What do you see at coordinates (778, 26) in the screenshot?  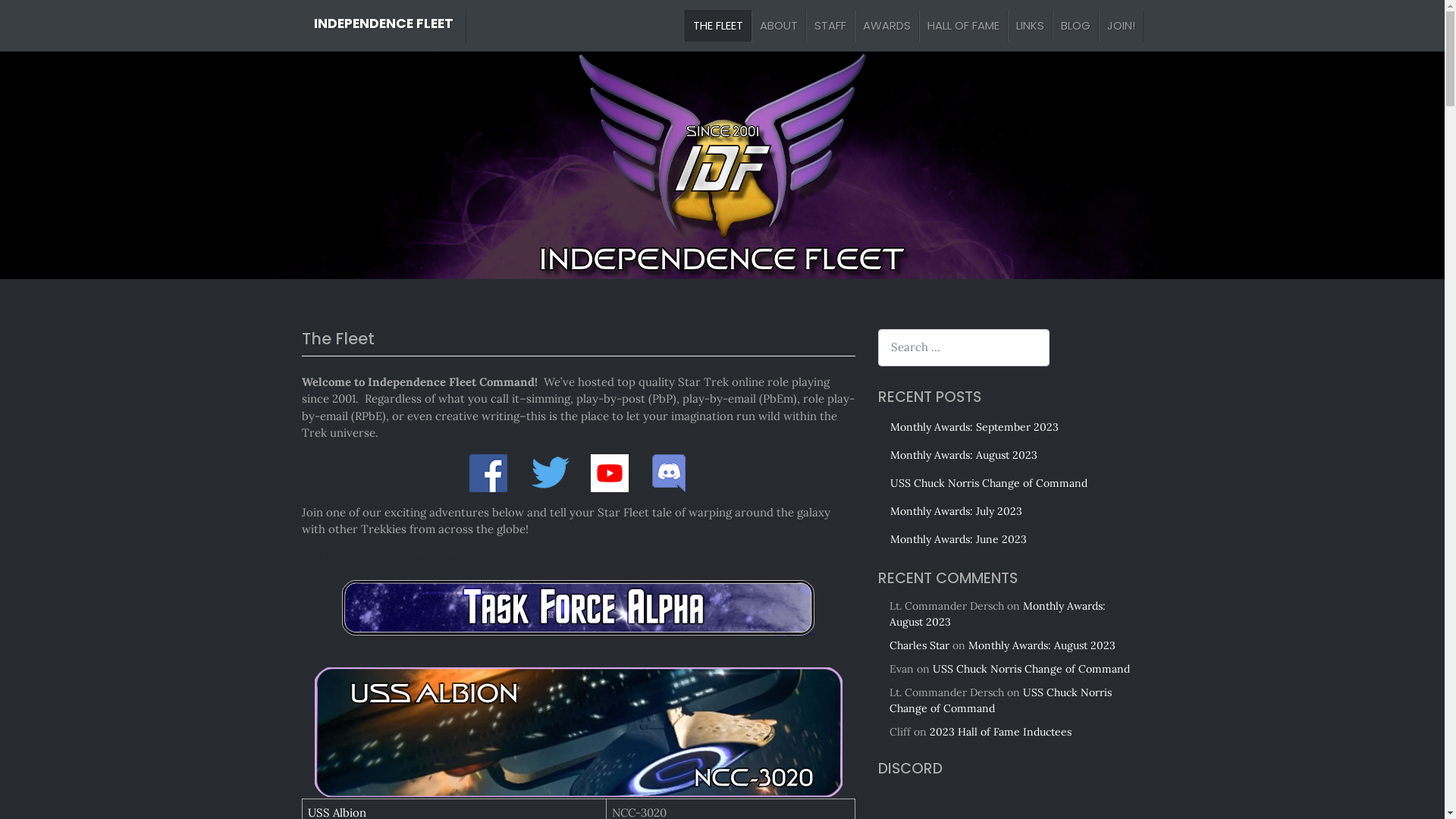 I see `'ABOUT'` at bounding box center [778, 26].